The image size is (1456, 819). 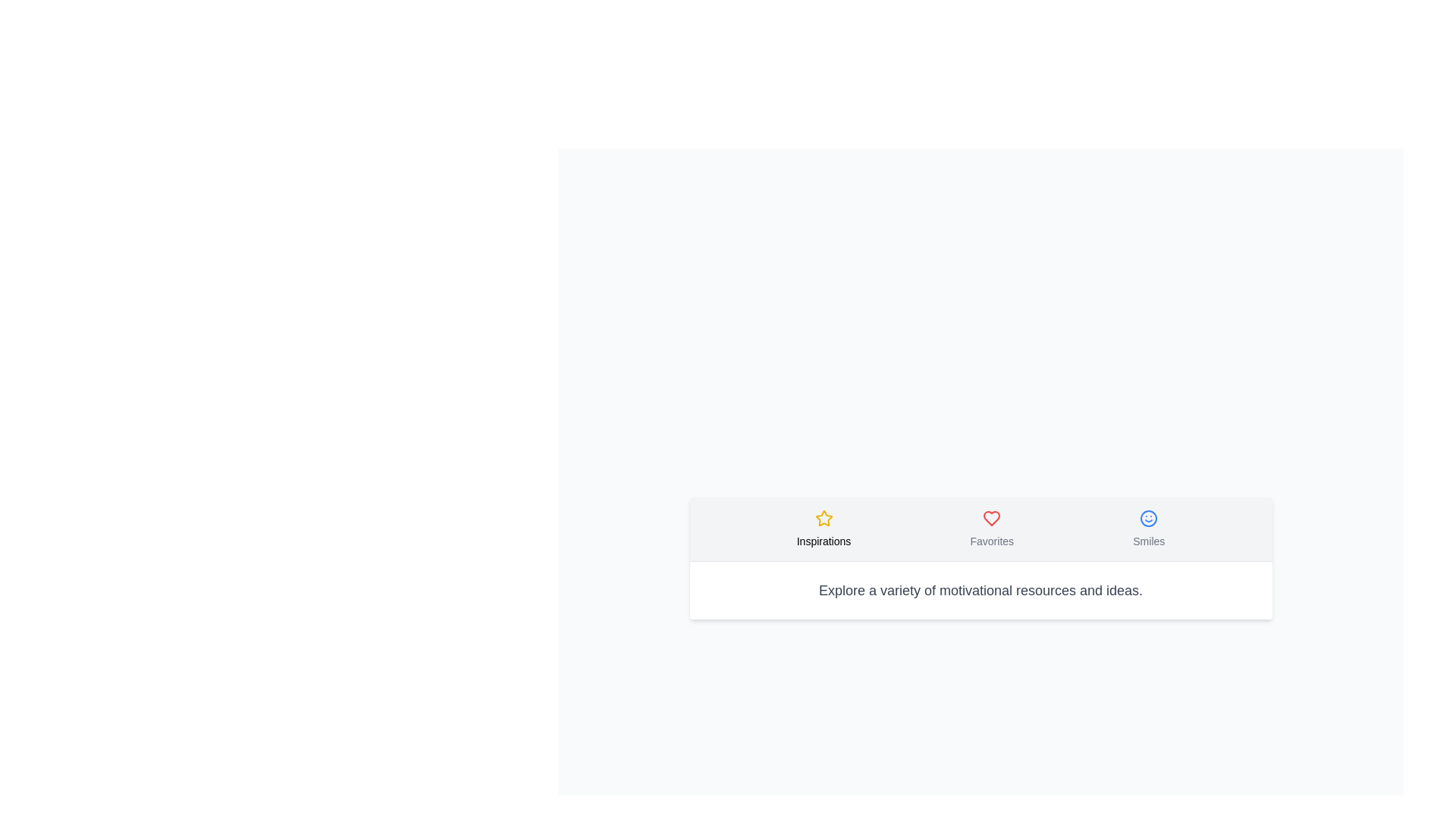 What do you see at coordinates (823, 528) in the screenshot?
I see `the Inspirations tab from the ContentTabs component` at bounding box center [823, 528].